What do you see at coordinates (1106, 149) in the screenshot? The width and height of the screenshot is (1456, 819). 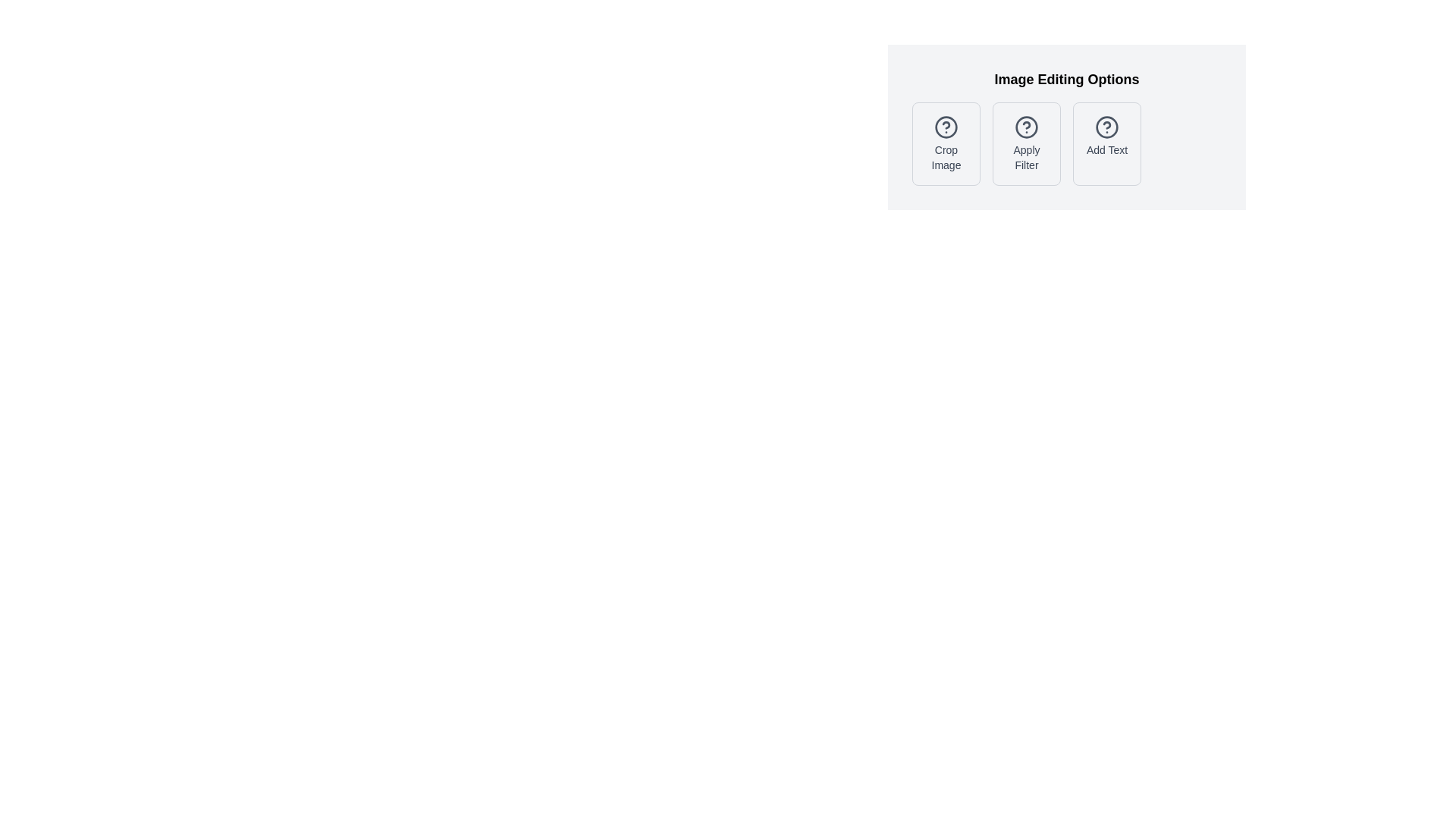 I see `the static text label indicating that the button allows users to add text to the image during editing, located below the icon in the third position from the left among the Image Editing Options` at bounding box center [1106, 149].